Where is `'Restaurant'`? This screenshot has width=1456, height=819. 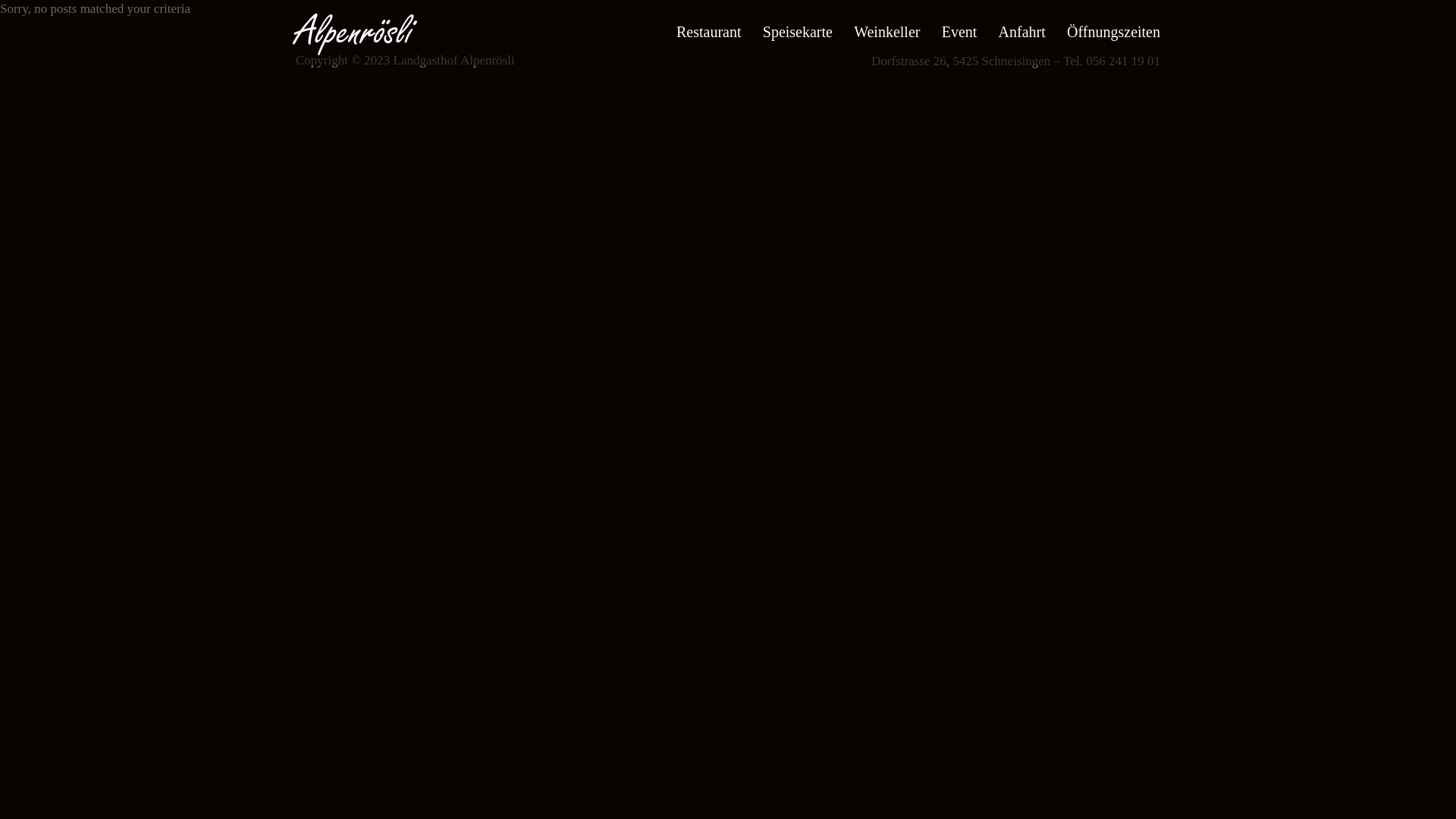 'Restaurant' is located at coordinates (708, 32).